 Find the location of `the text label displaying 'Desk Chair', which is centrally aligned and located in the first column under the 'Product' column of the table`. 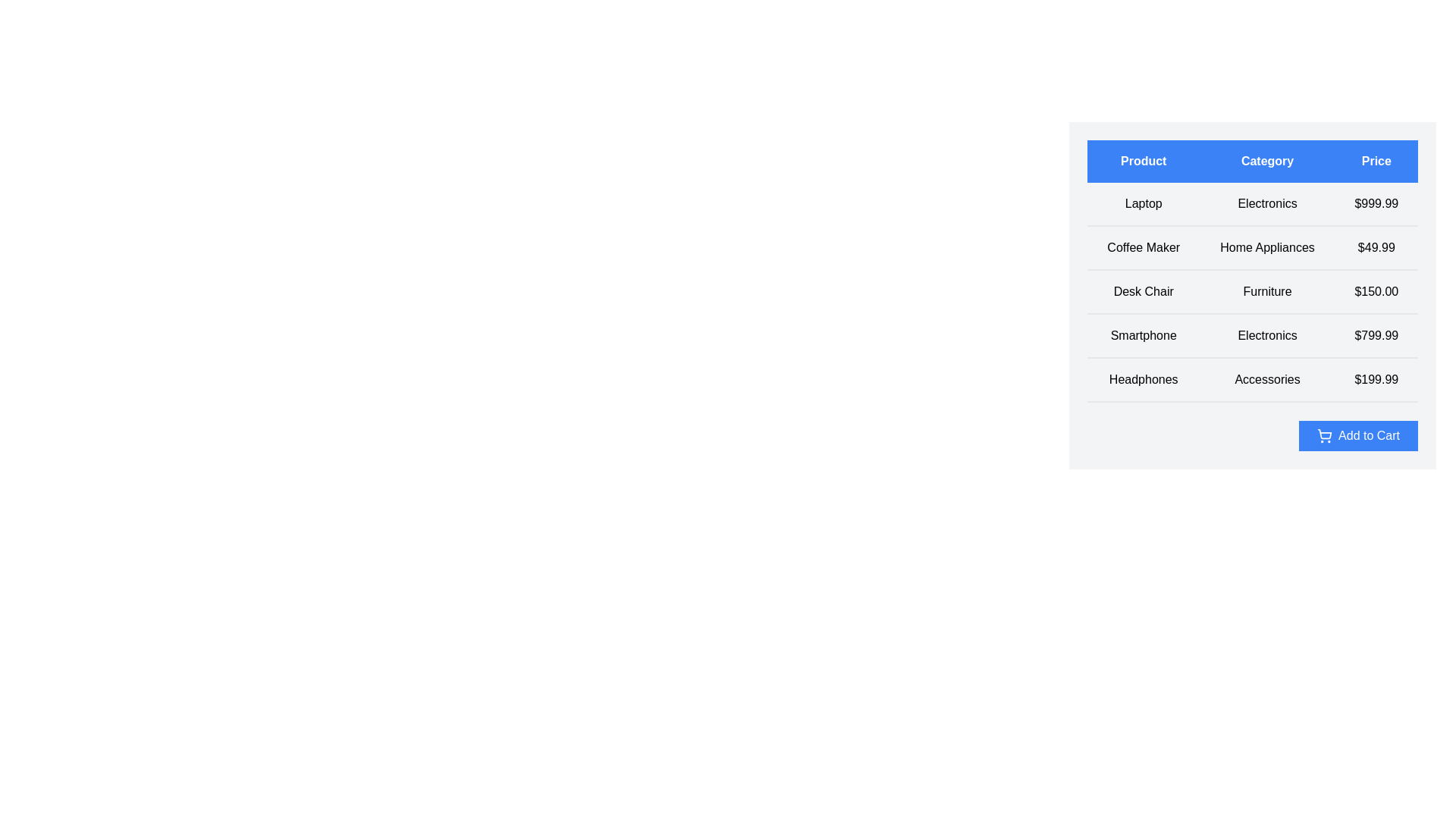

the text label displaying 'Desk Chair', which is centrally aligned and located in the first column under the 'Product' column of the table is located at coordinates (1144, 292).